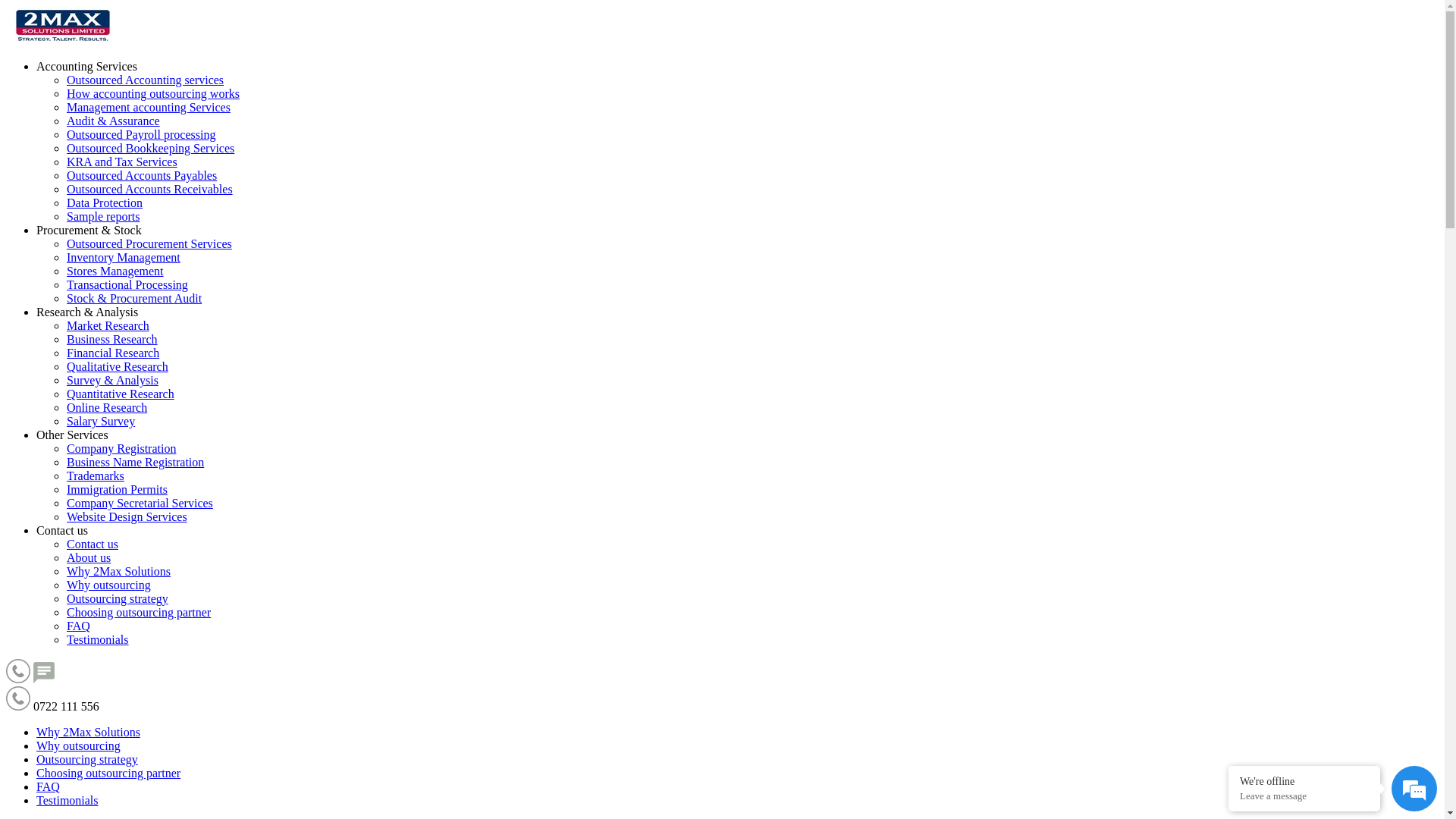  Describe the element at coordinates (65, 174) in the screenshot. I see `'Outsourced Accounts Payables'` at that location.